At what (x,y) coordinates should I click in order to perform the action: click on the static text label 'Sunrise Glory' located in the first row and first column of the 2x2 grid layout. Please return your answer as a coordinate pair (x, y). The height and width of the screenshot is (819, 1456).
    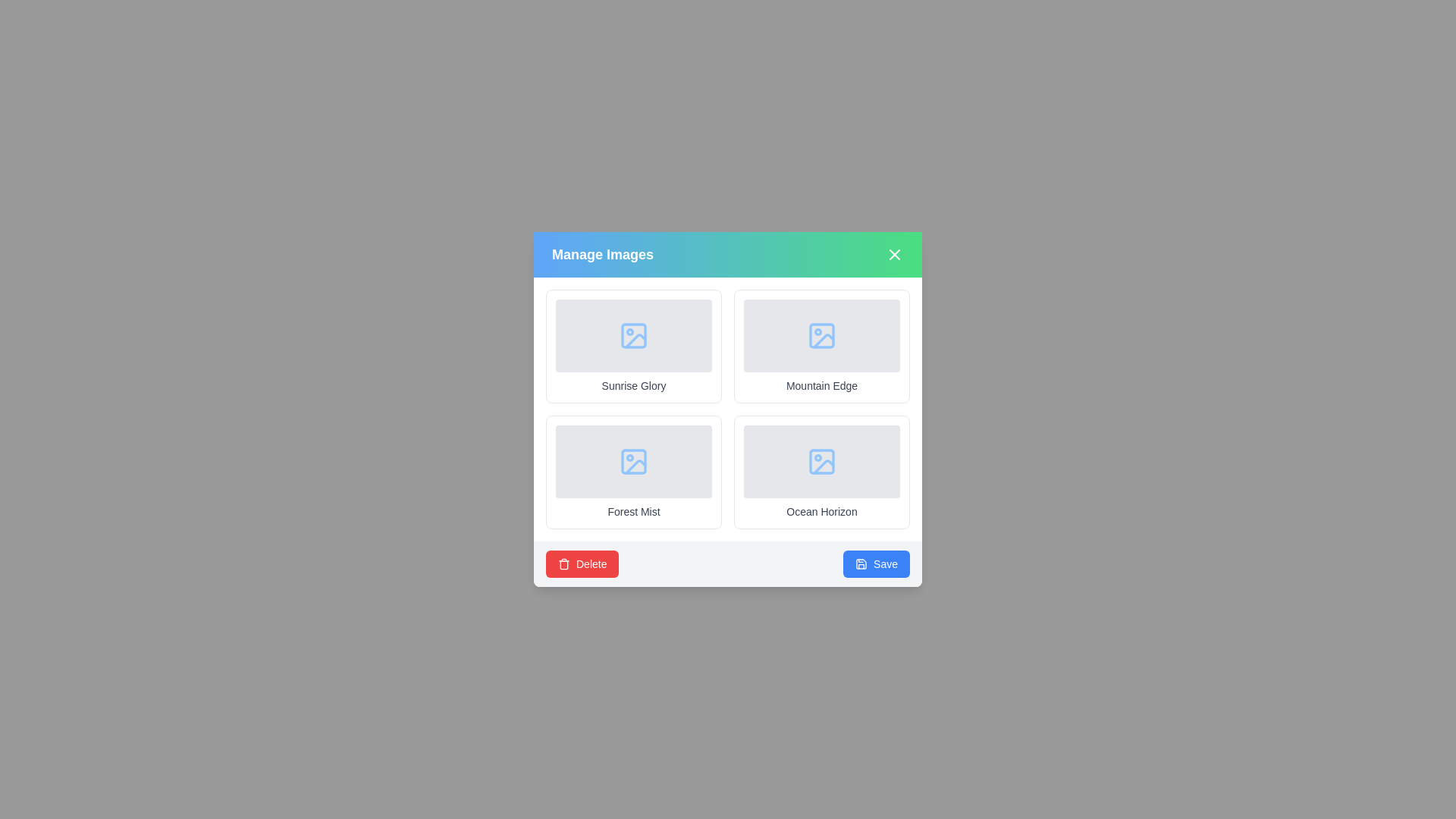
    Looking at the image, I should click on (633, 385).